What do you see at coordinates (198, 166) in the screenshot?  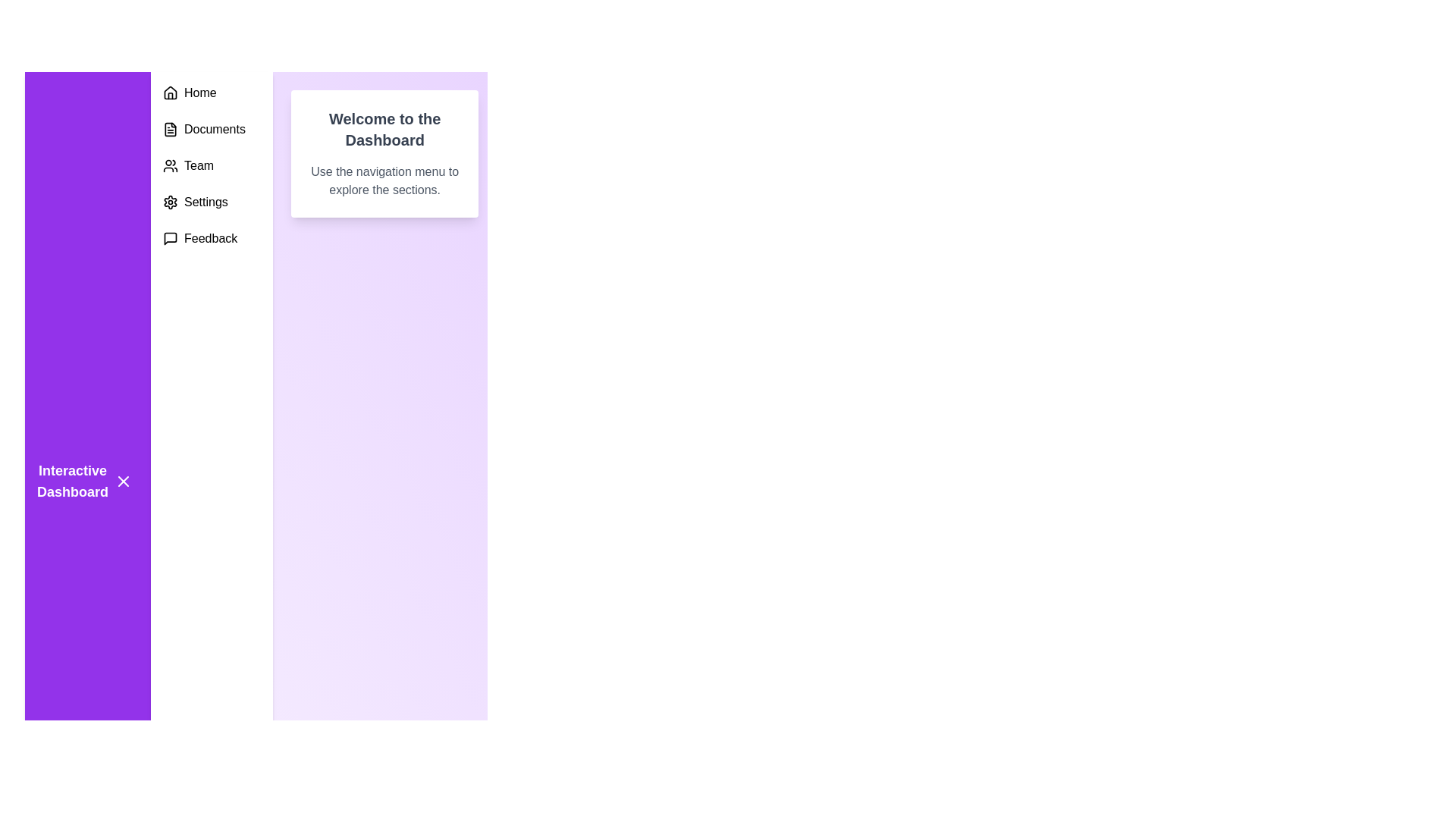 I see `the 'Team' text label located in the vertical menu on the left-hand side of the interface` at bounding box center [198, 166].